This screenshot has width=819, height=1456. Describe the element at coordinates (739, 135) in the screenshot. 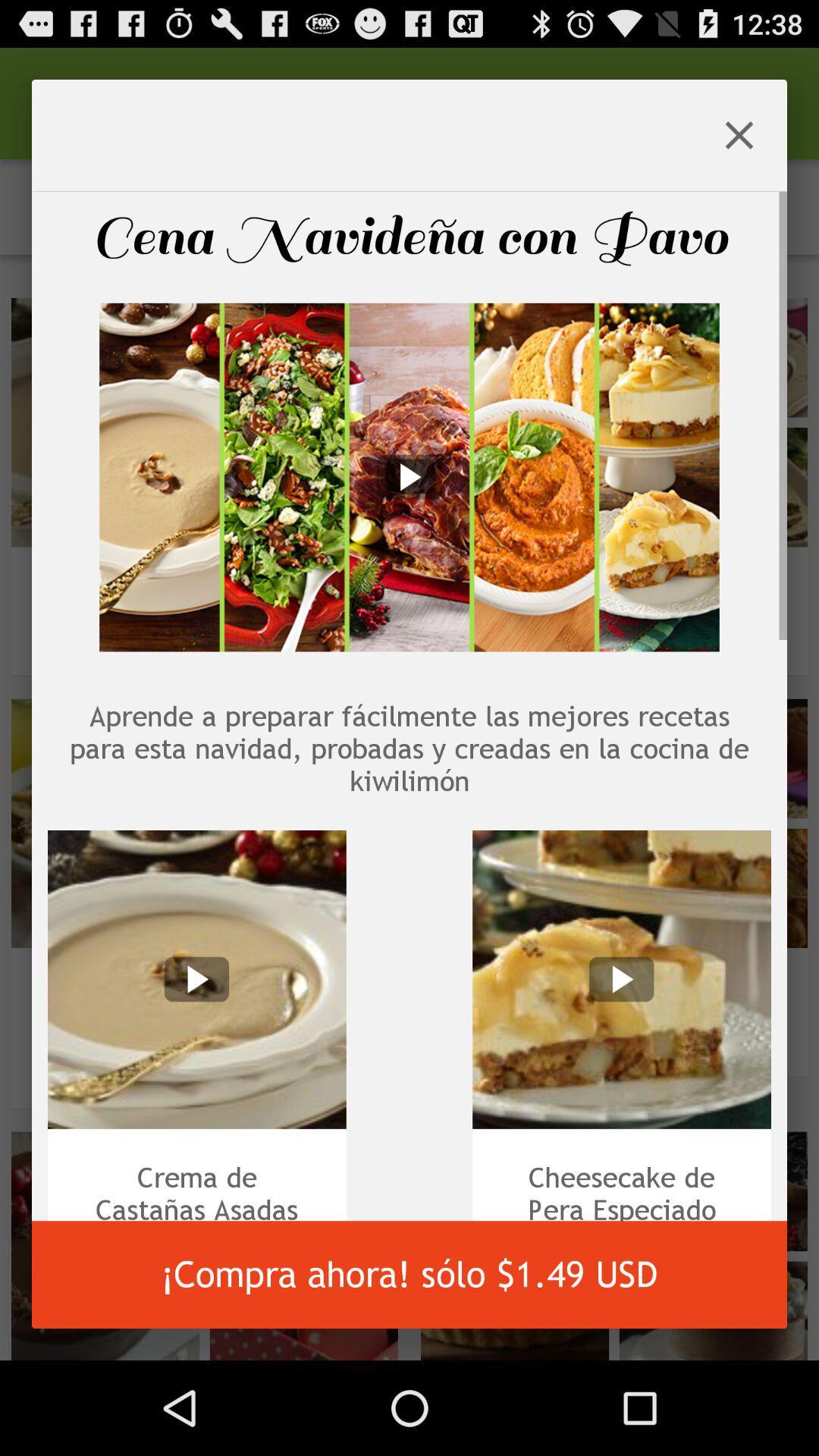

I see `the icon at the top right corner` at that location.